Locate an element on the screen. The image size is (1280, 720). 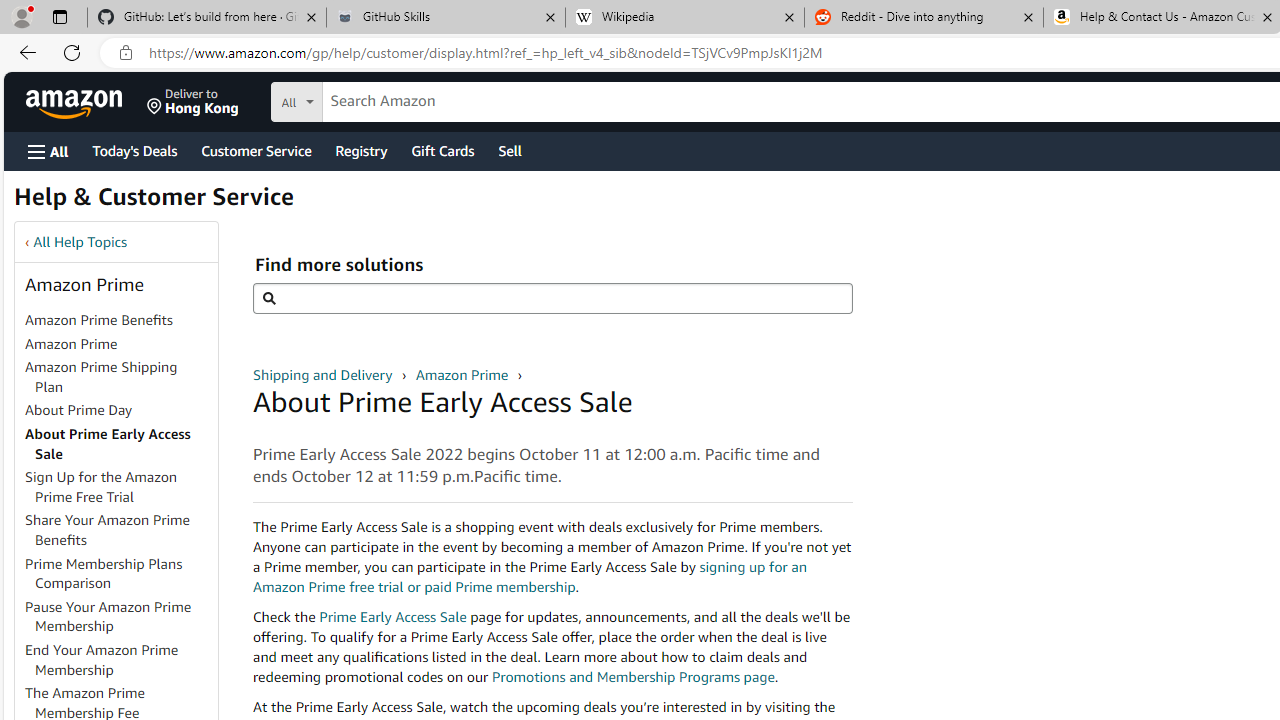
'Amazon Prime Benefits' is located at coordinates (98, 319).